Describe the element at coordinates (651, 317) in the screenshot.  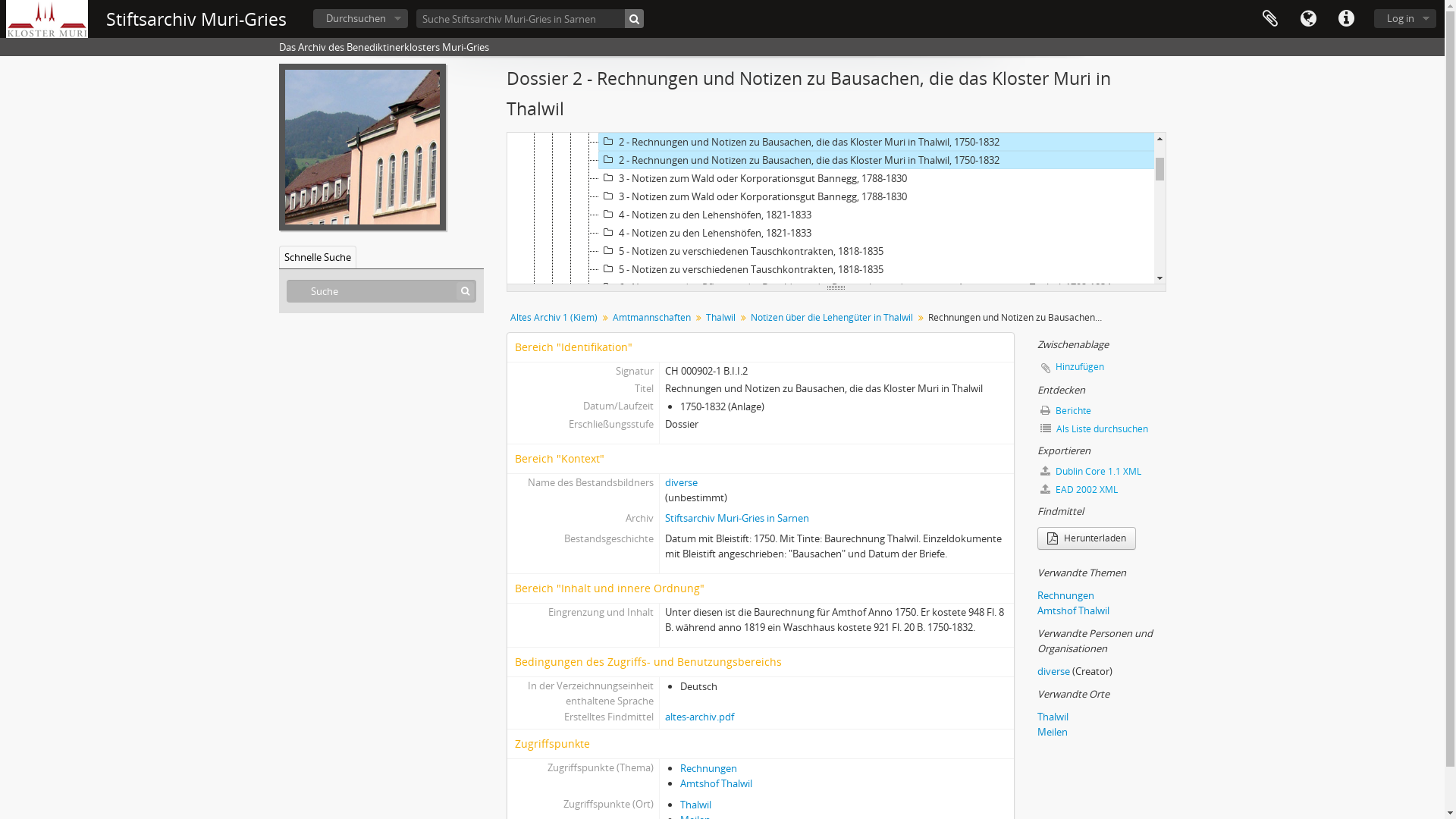
I see `'Amtmannschaften'` at that location.